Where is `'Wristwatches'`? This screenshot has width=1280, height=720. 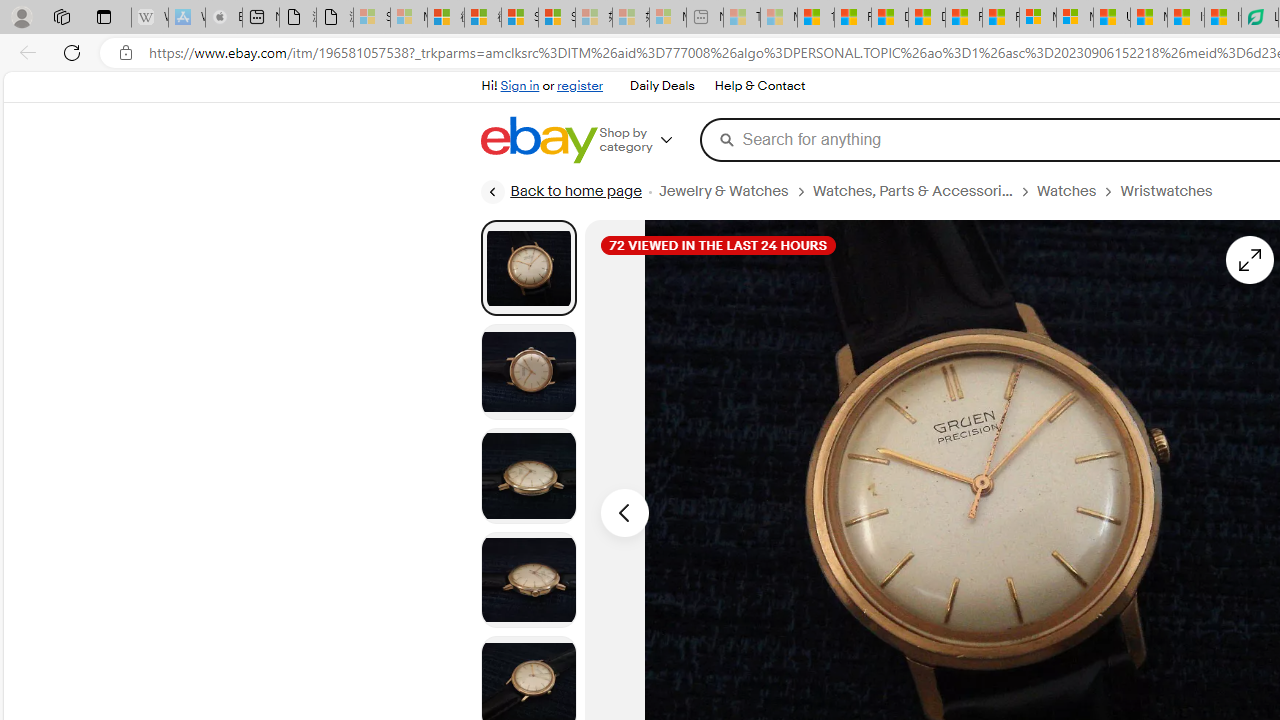
'Wristwatches' is located at coordinates (1166, 191).